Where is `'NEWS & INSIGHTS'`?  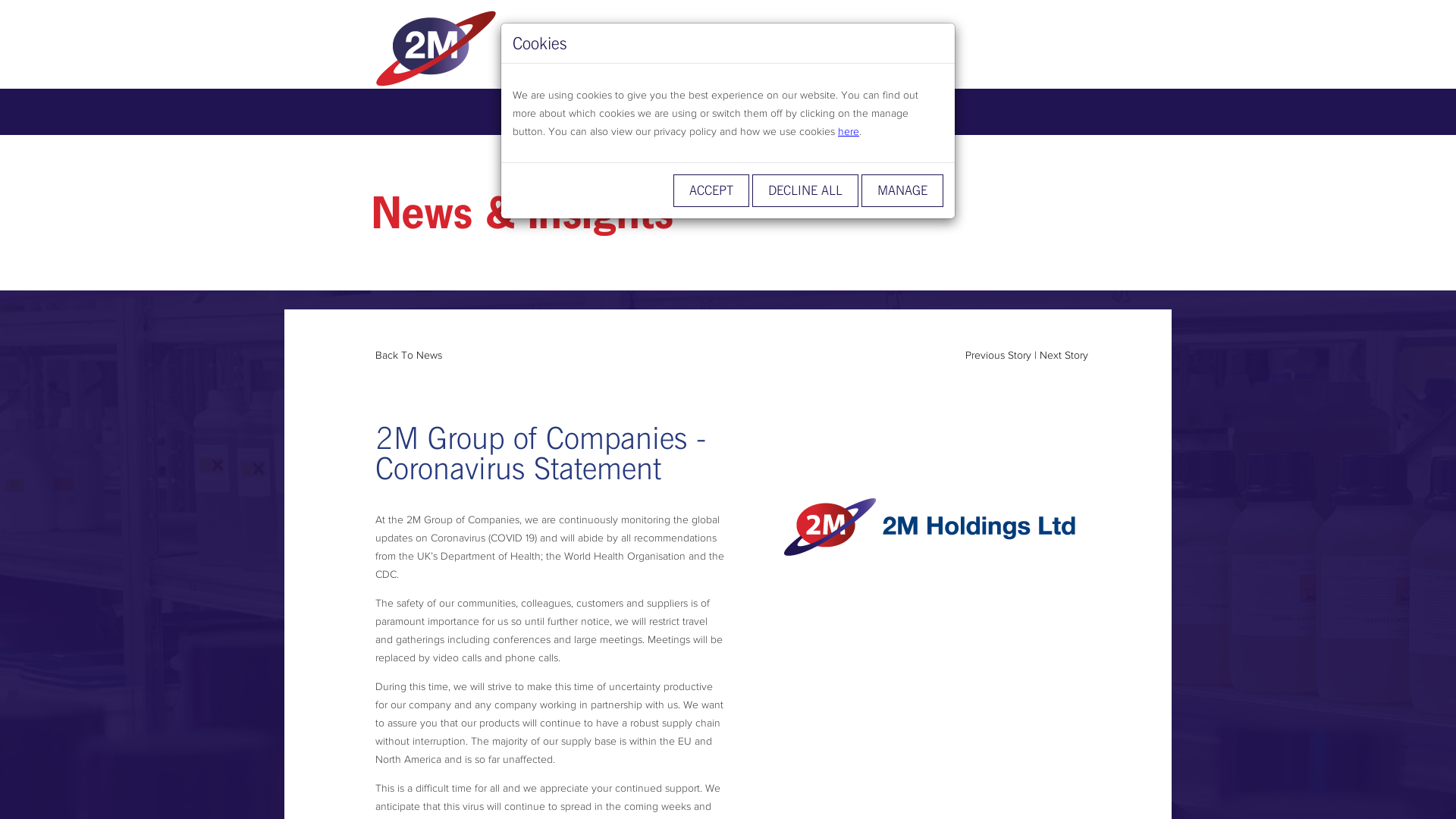 'NEWS & INSIGHTS' is located at coordinates (698, 111).